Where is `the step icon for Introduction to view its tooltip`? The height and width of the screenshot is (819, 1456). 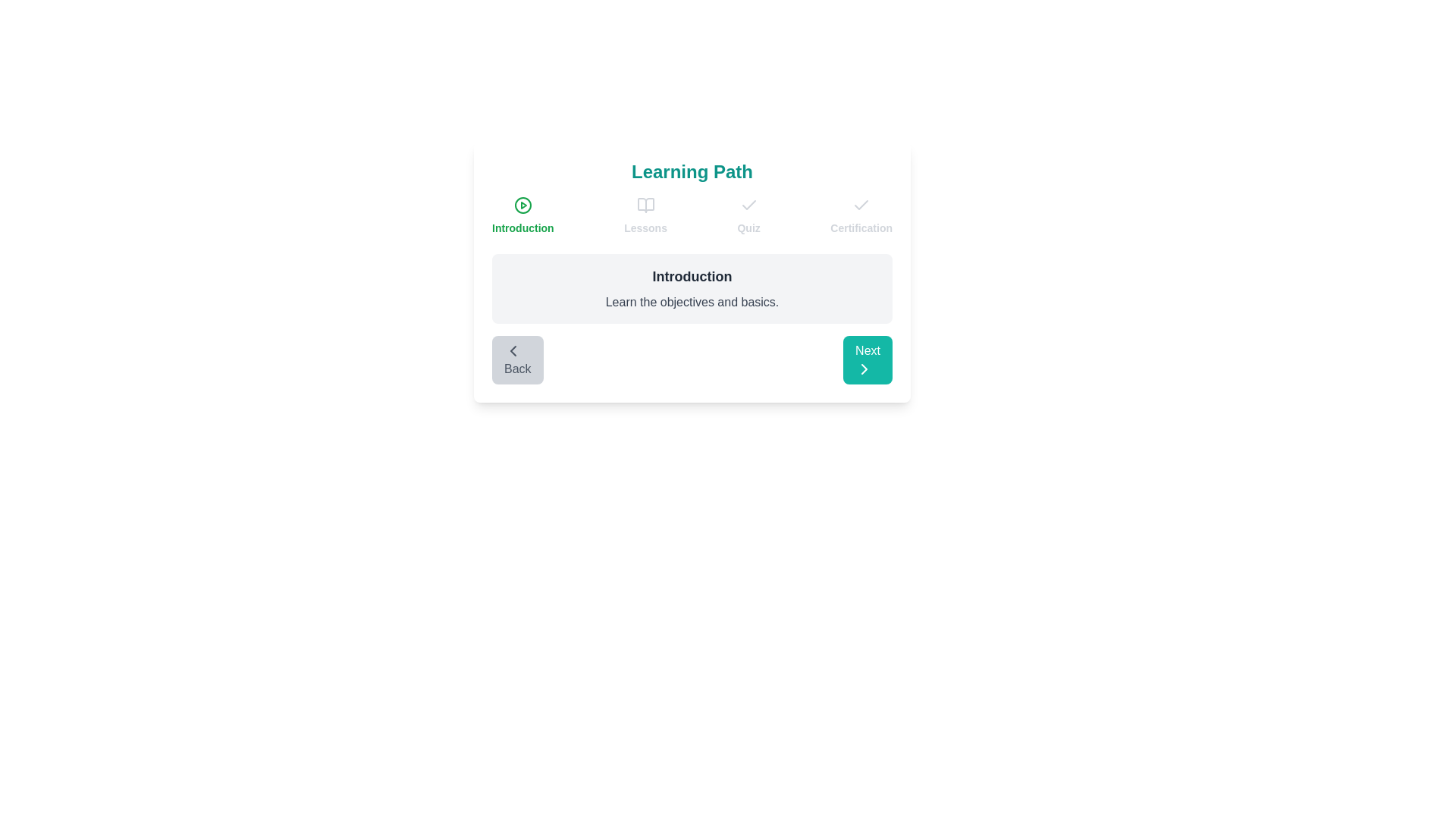
the step icon for Introduction to view its tooltip is located at coordinates (522, 205).